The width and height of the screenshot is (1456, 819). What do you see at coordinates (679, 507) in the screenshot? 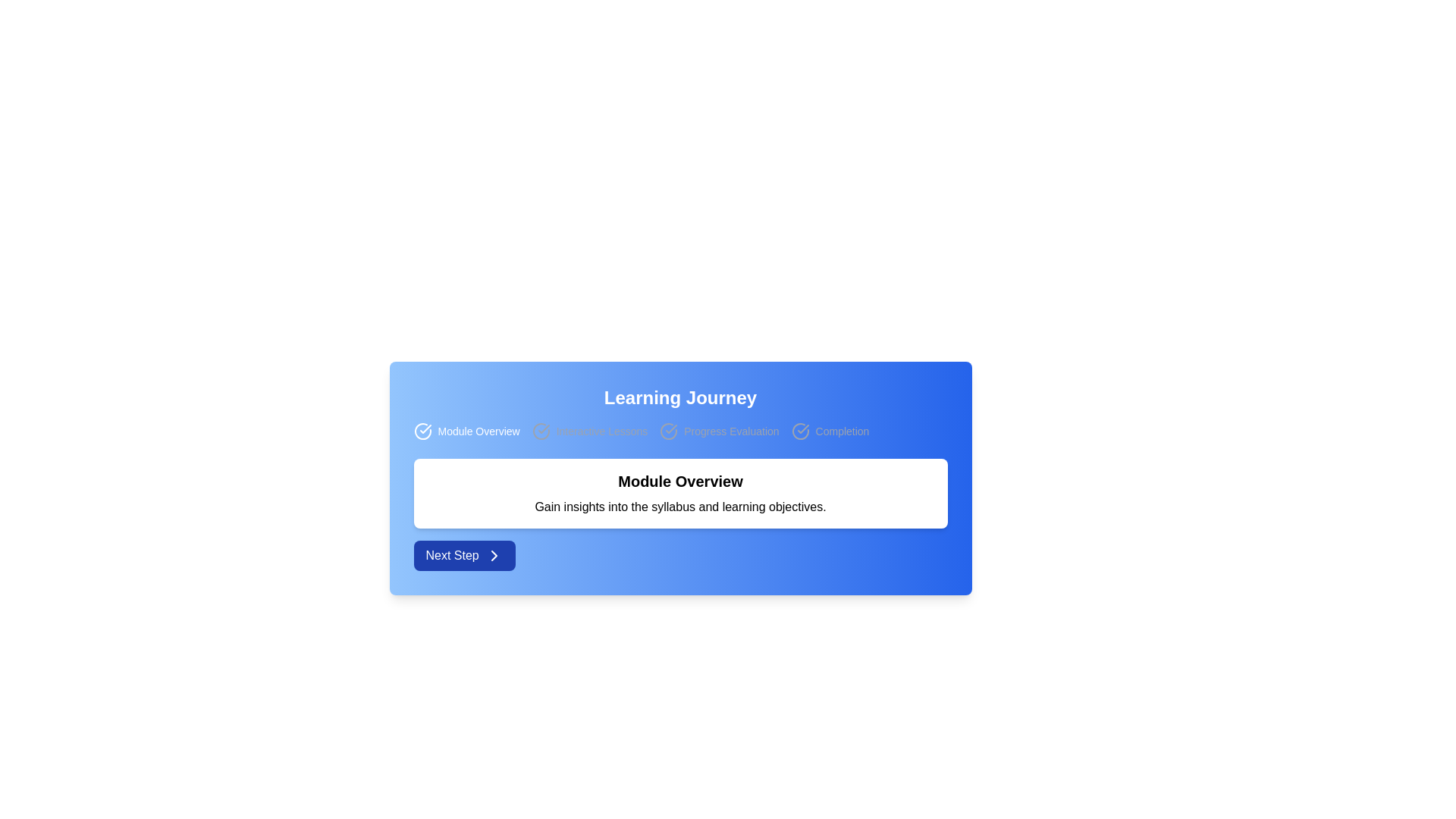
I see `the text fragment stating 'Gain insights into the syllabus and learning objectives.' which is styled with a standard font and aligned below the bold header 'Module Overview'` at bounding box center [679, 507].